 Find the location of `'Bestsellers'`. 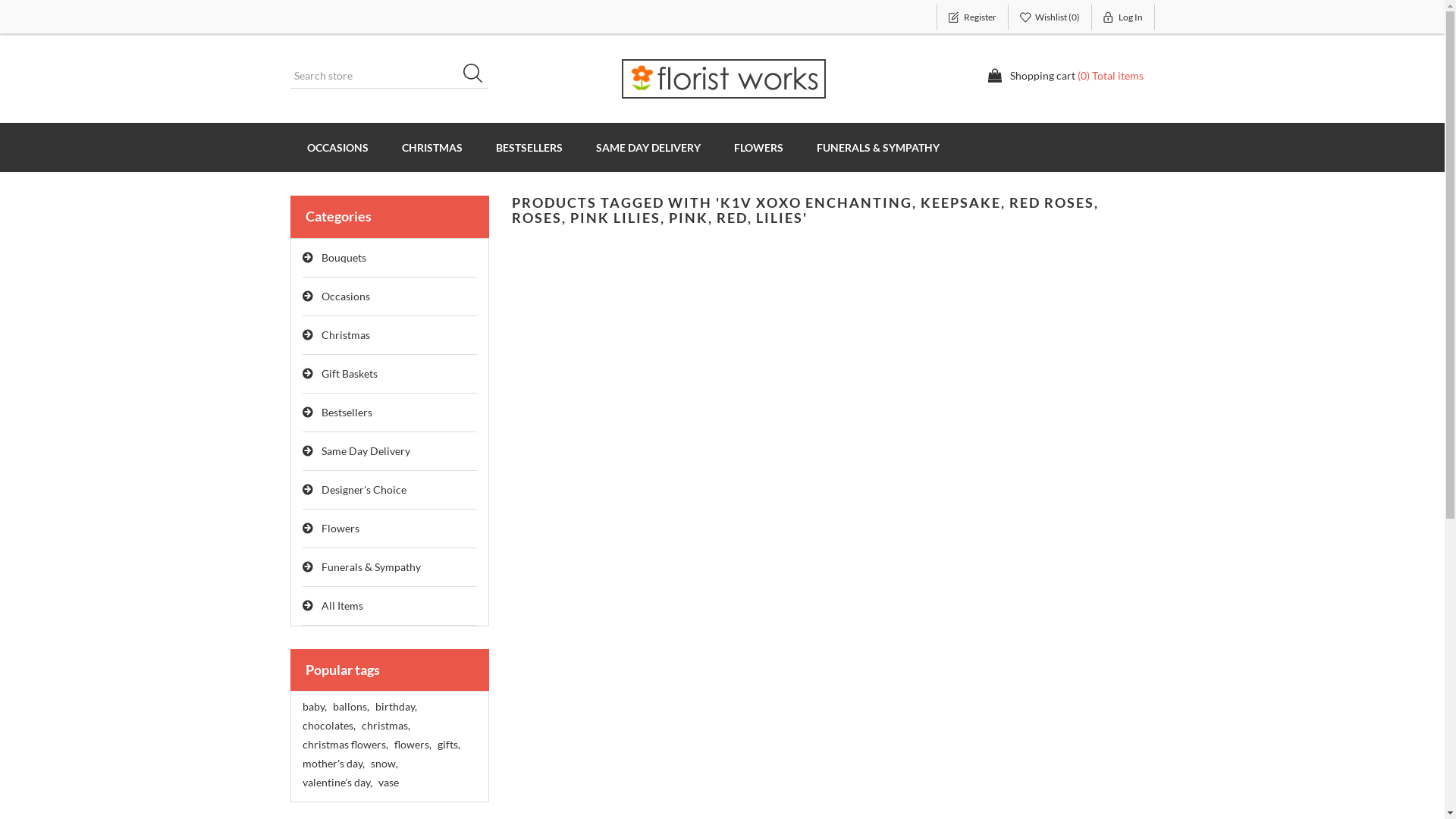

'Bestsellers' is located at coordinates (389, 413).